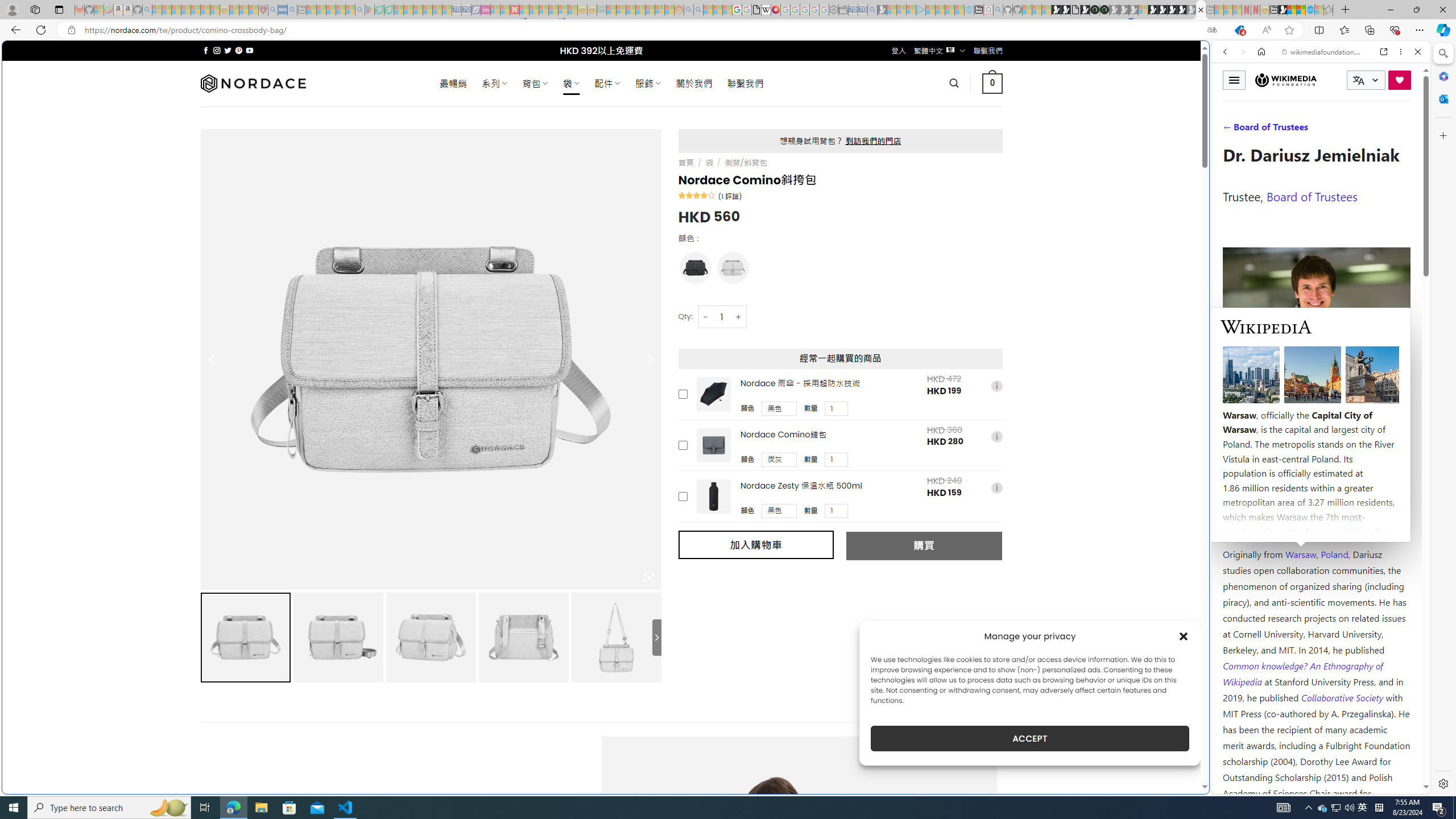 Image resolution: width=1456 pixels, height=819 pixels. What do you see at coordinates (1212, 30) in the screenshot?
I see `'Show translate options'` at bounding box center [1212, 30].